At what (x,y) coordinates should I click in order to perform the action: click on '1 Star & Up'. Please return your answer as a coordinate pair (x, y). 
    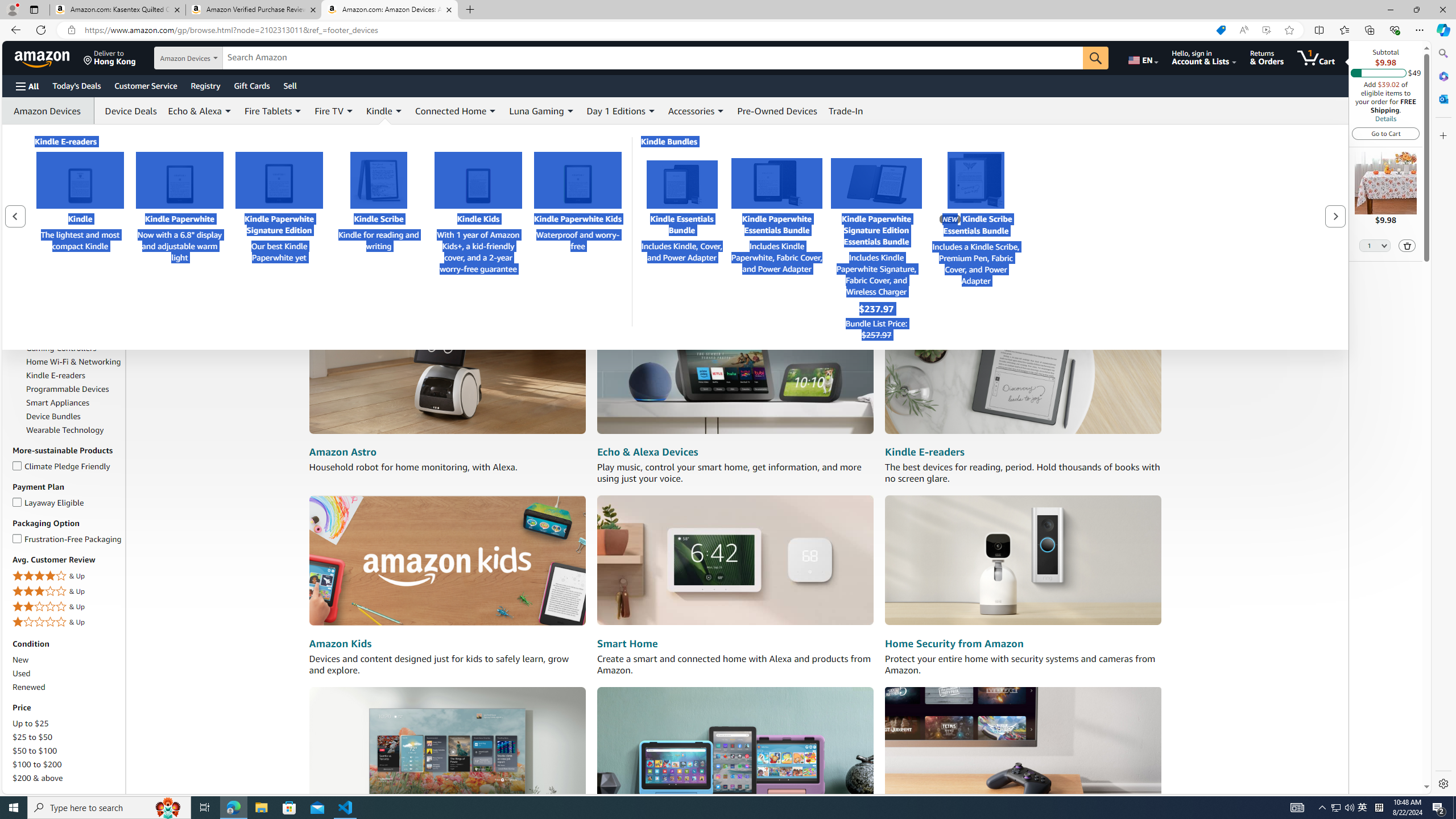
    Looking at the image, I should click on (67, 621).